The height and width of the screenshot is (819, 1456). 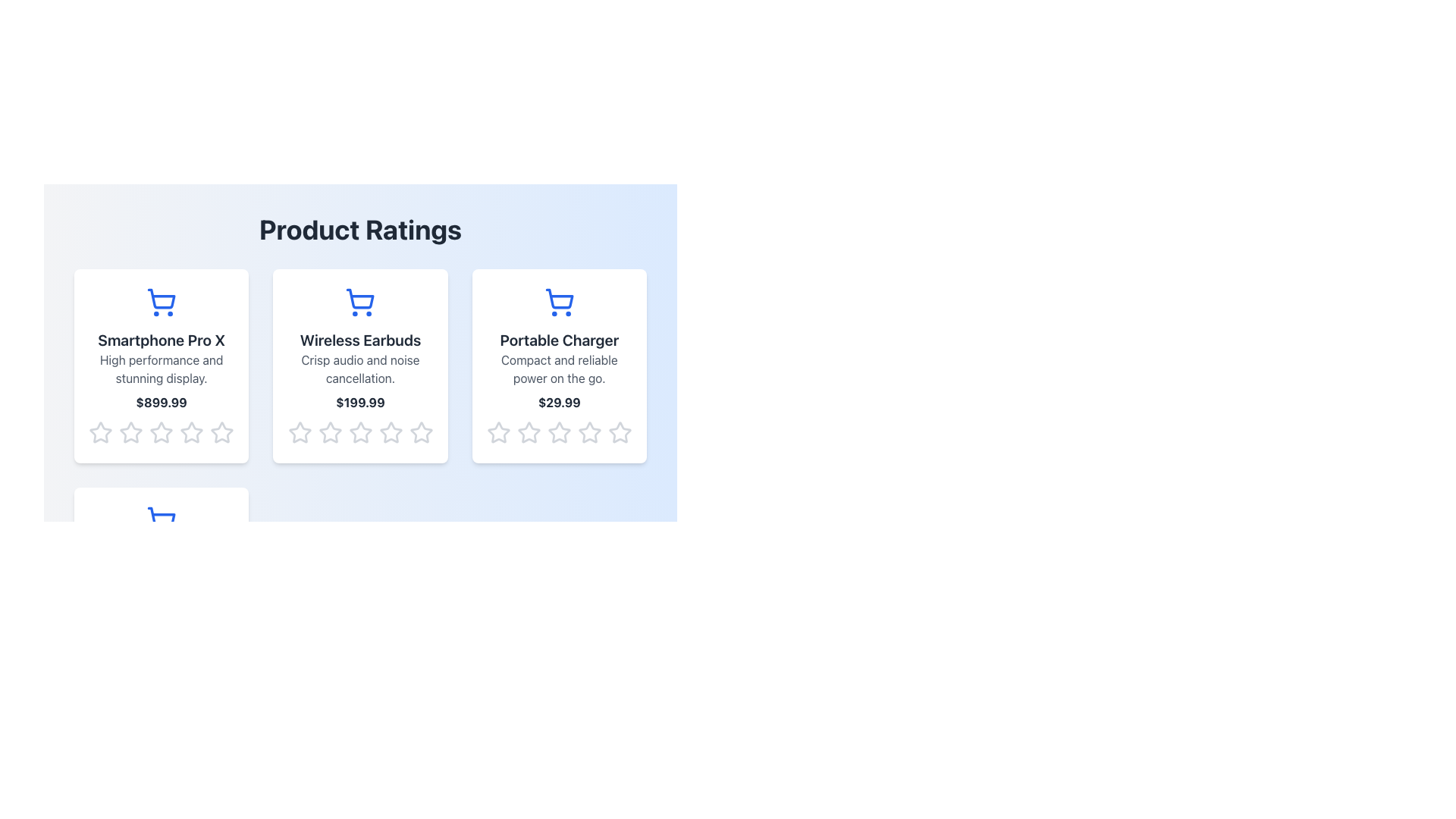 I want to click on the fourth star rating icon for the 'Portable Charger' to reset its rating to four stars, so click(x=588, y=432).